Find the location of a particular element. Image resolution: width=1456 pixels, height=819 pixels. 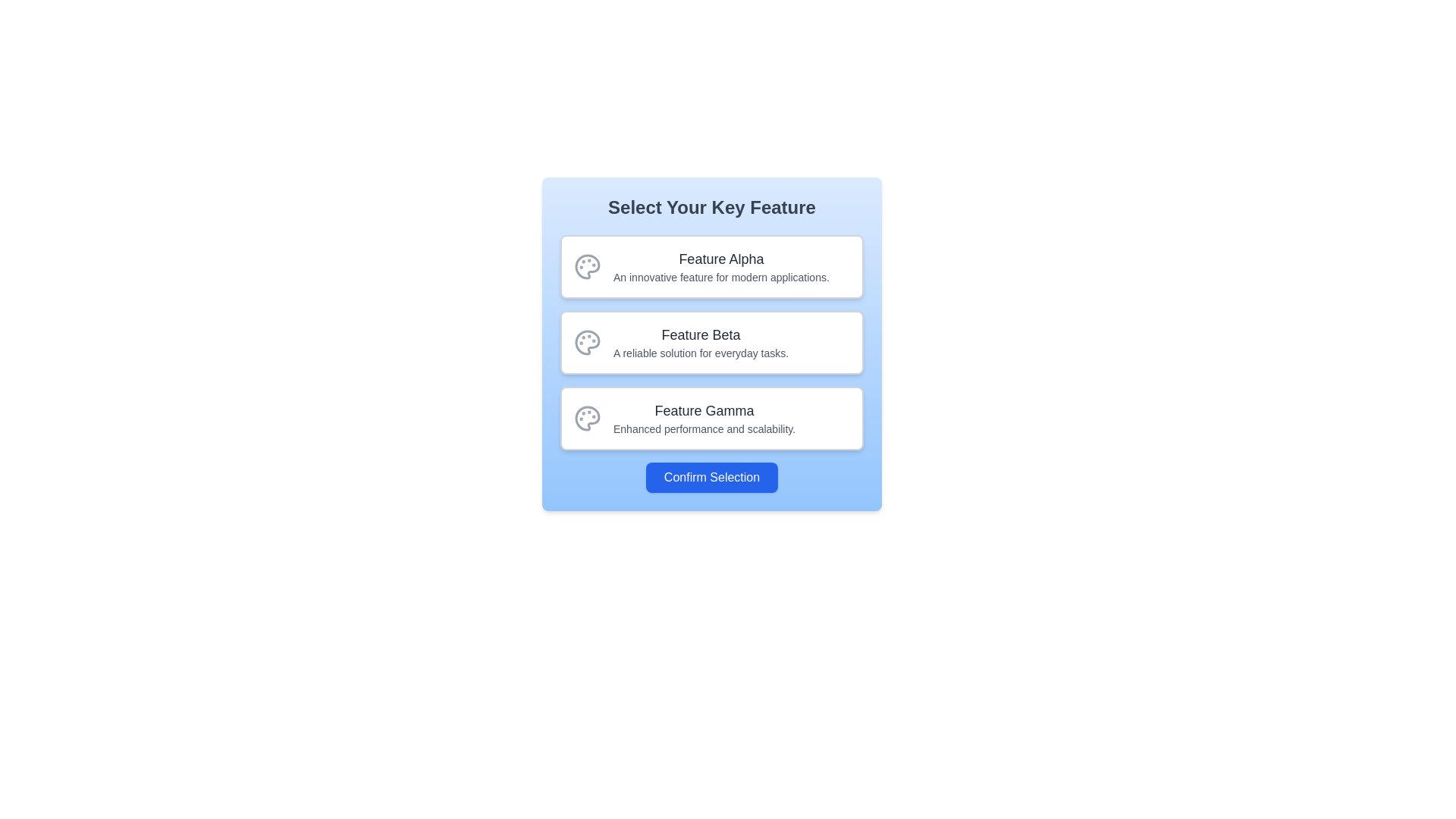

the 'Confirm Selection' button is located at coordinates (711, 476).